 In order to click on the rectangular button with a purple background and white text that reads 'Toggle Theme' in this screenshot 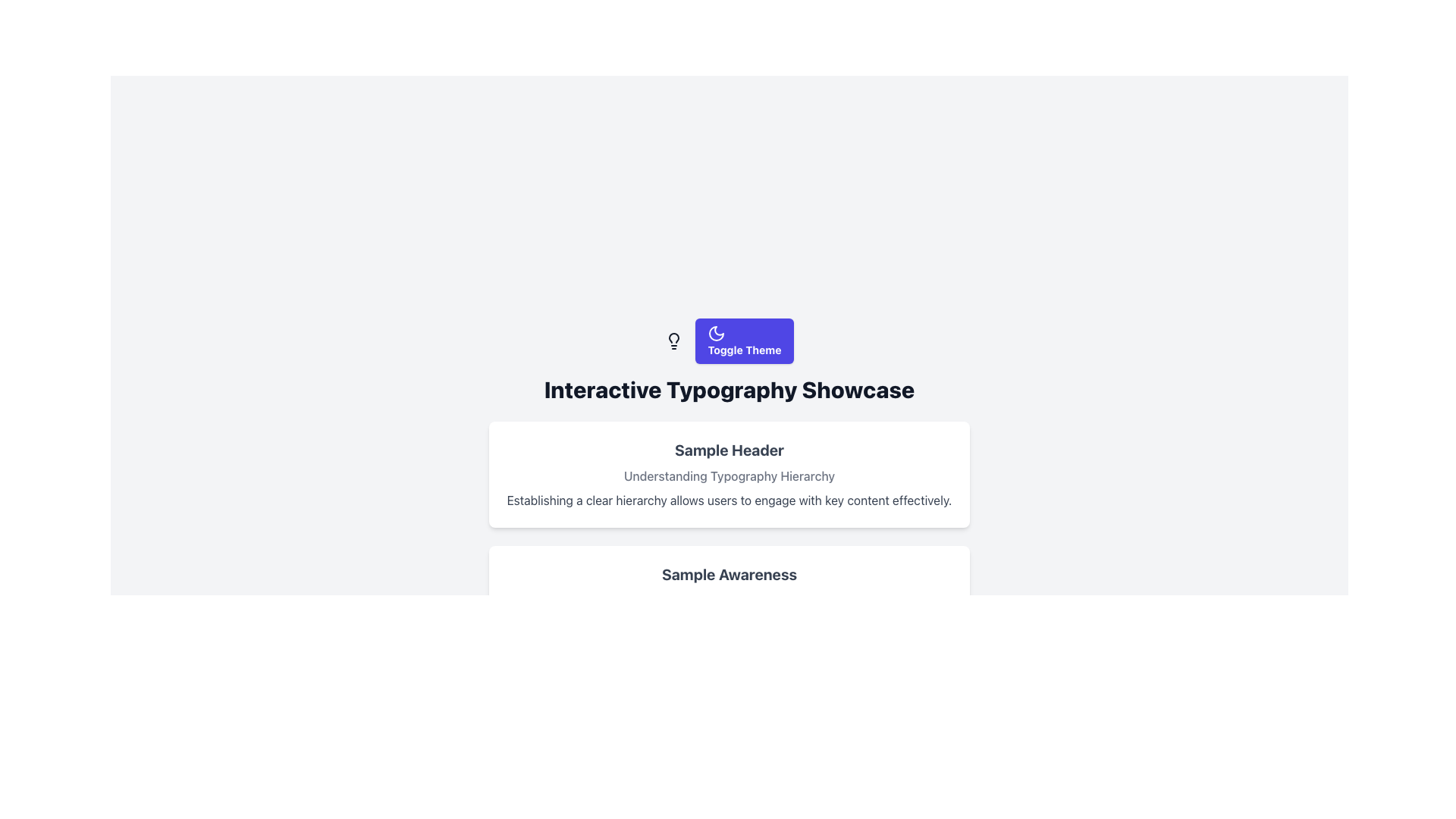, I will do `click(729, 341)`.